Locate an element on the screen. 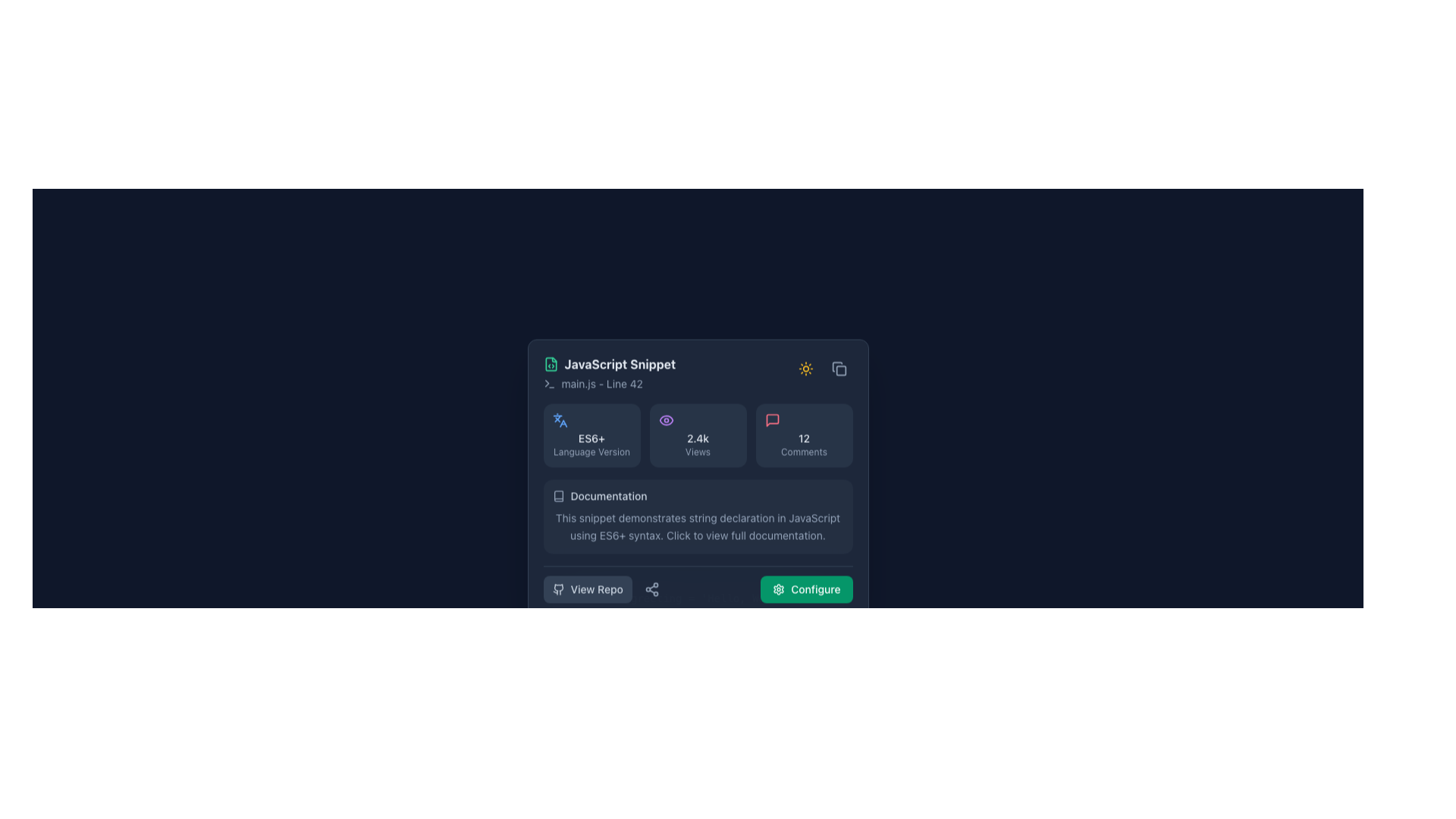 The height and width of the screenshot is (819, 1456). the documentation icon located in the upper right area of the snippet box to understand its meaning is located at coordinates (557, 496).